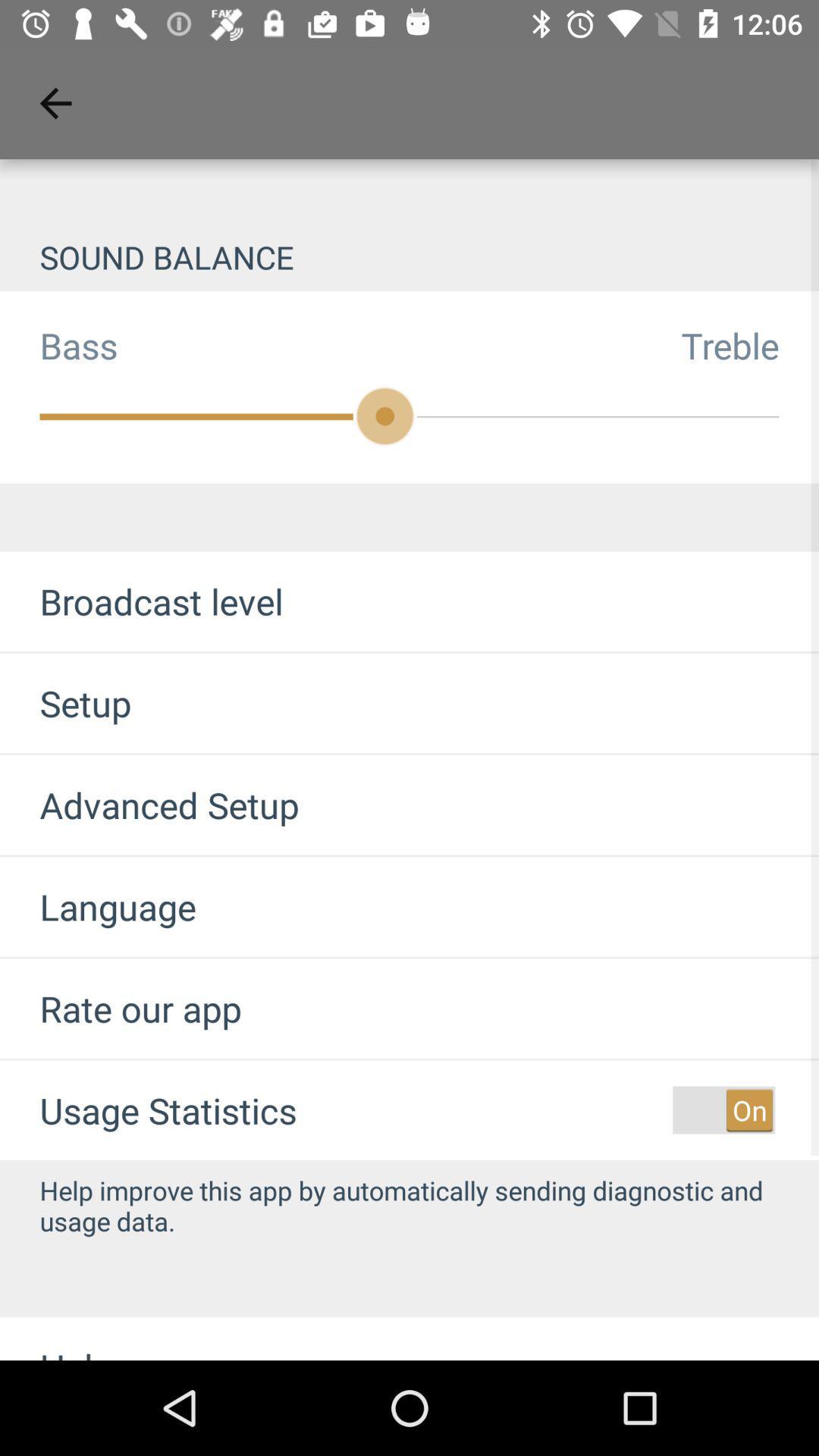 This screenshot has width=819, height=1456. What do you see at coordinates (120, 1009) in the screenshot?
I see `icon above the usage statistics item` at bounding box center [120, 1009].